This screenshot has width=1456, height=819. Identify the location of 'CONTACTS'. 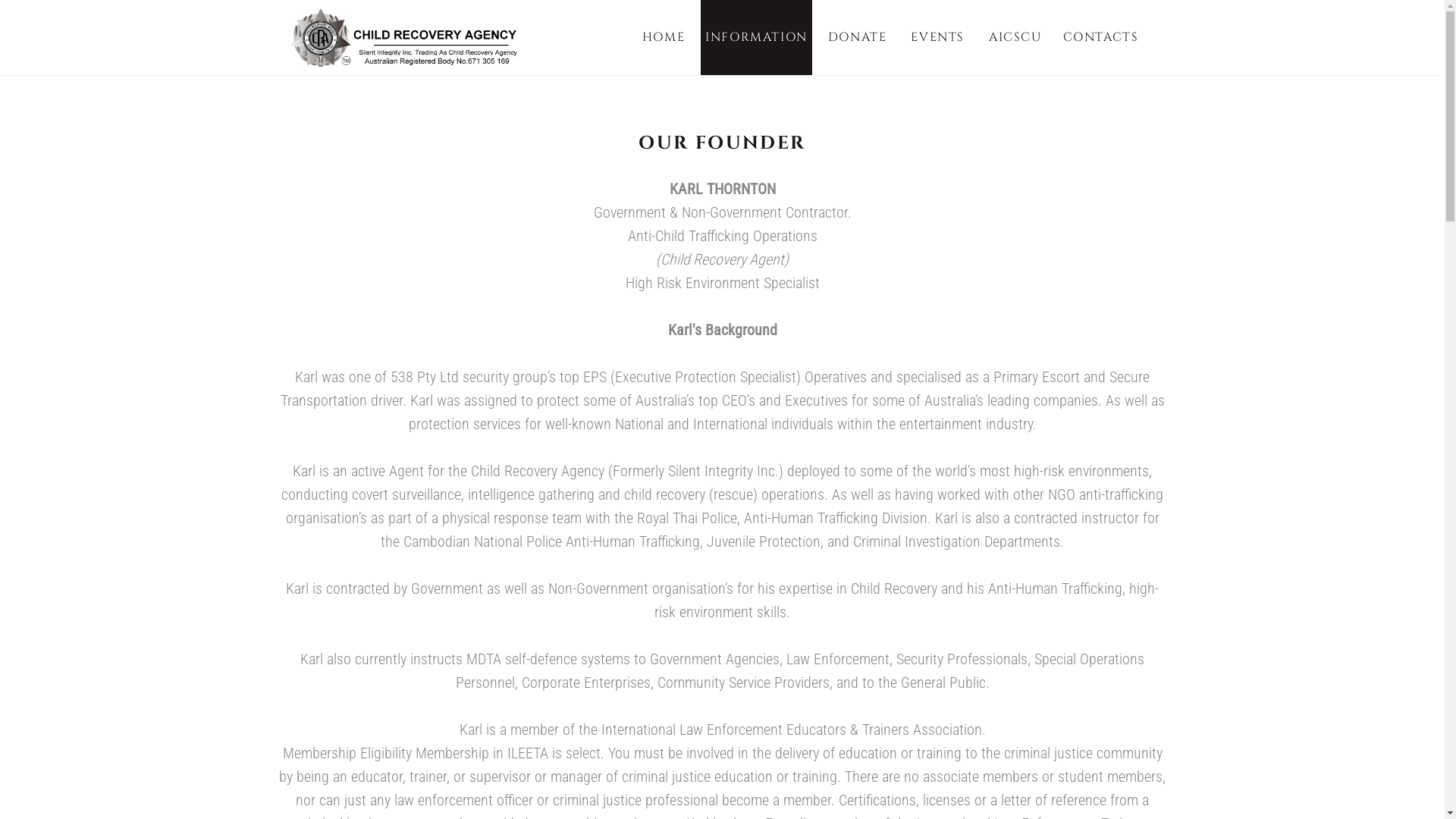
(1100, 36).